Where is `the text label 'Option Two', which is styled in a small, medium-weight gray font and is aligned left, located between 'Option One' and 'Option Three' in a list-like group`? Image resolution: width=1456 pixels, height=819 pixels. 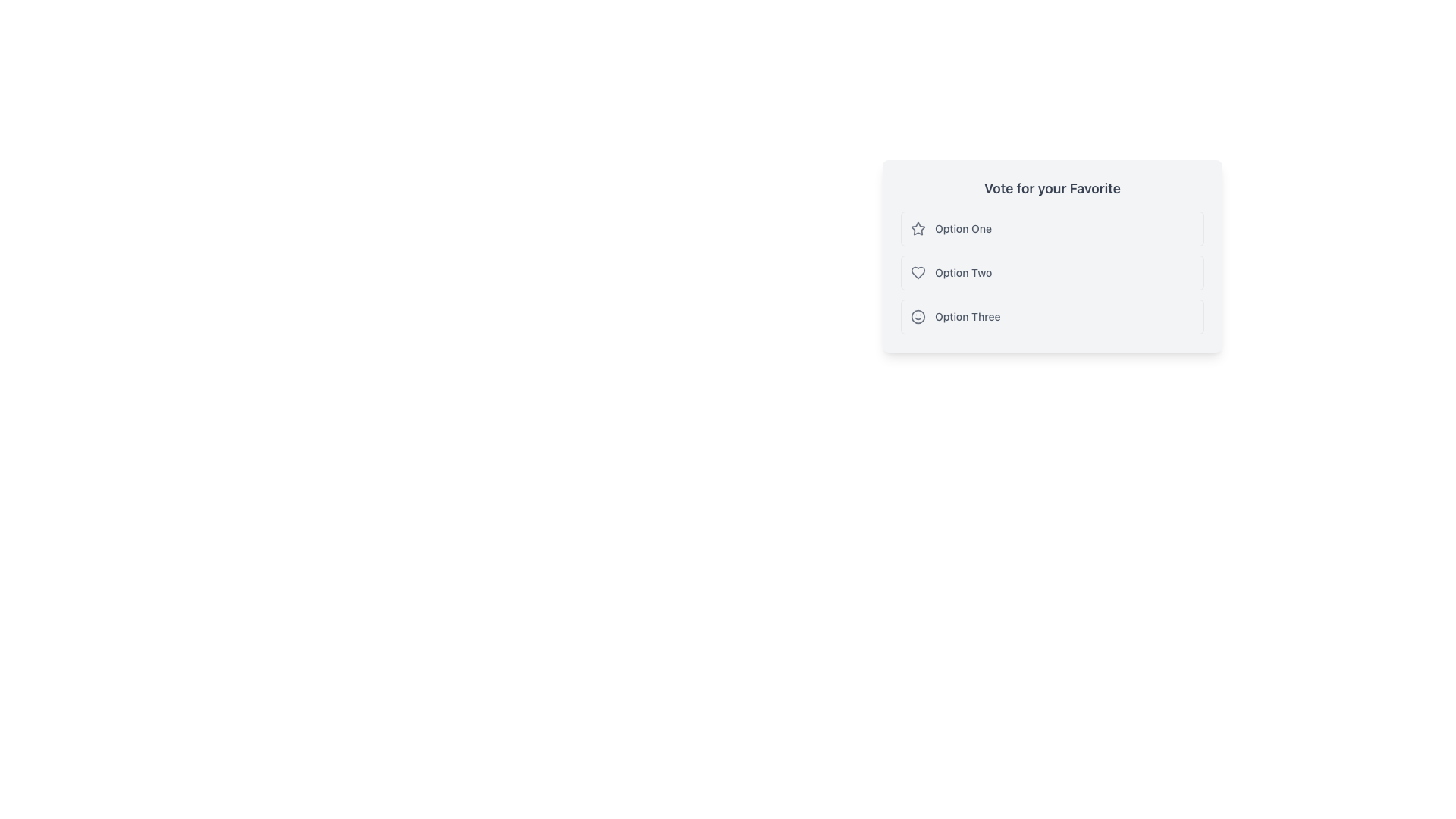
the text label 'Option Two', which is styled in a small, medium-weight gray font and is aligned left, located between 'Option One' and 'Option Three' in a list-like group is located at coordinates (962, 271).